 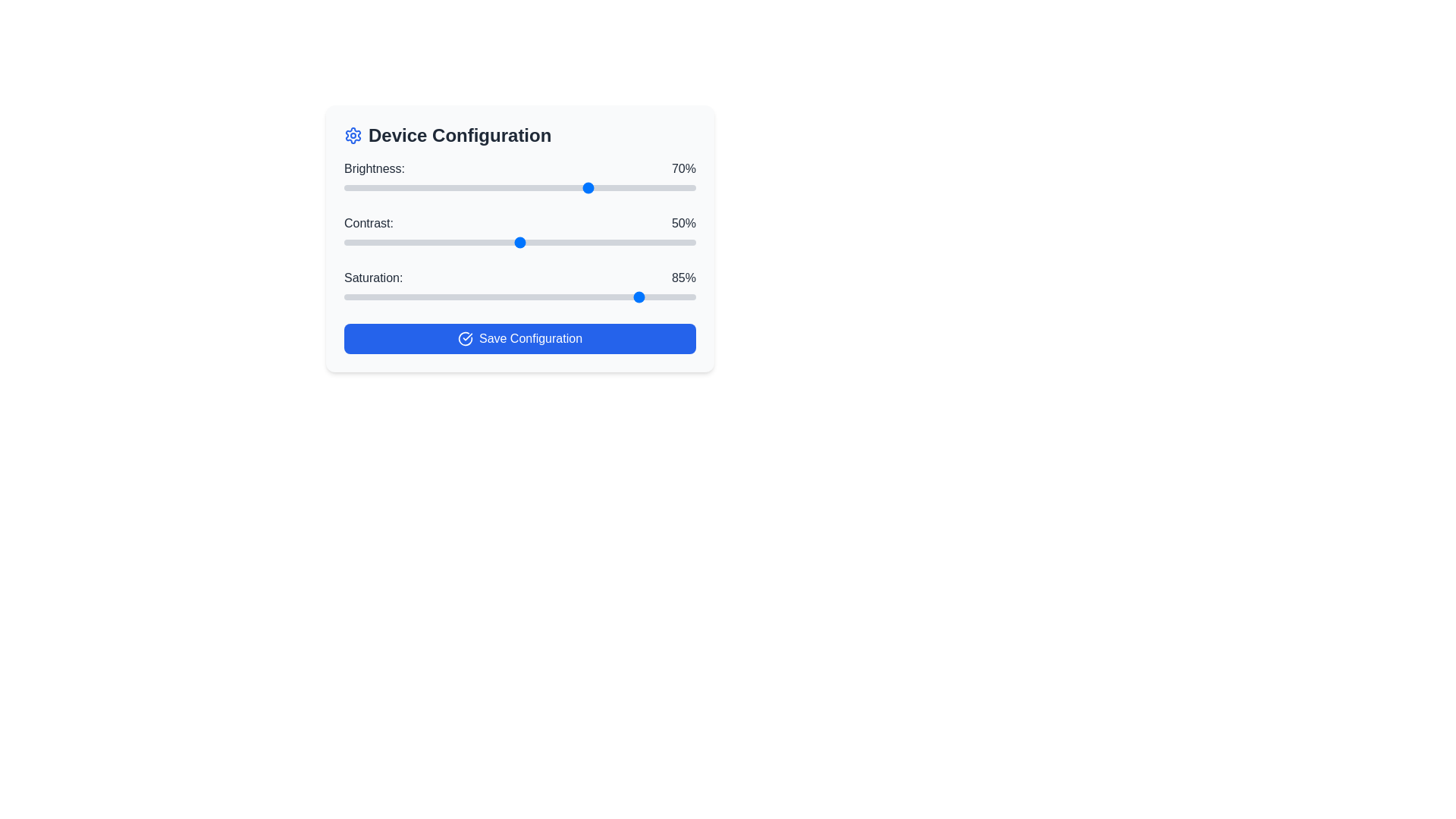 I want to click on the saturation level, so click(x=541, y=297).